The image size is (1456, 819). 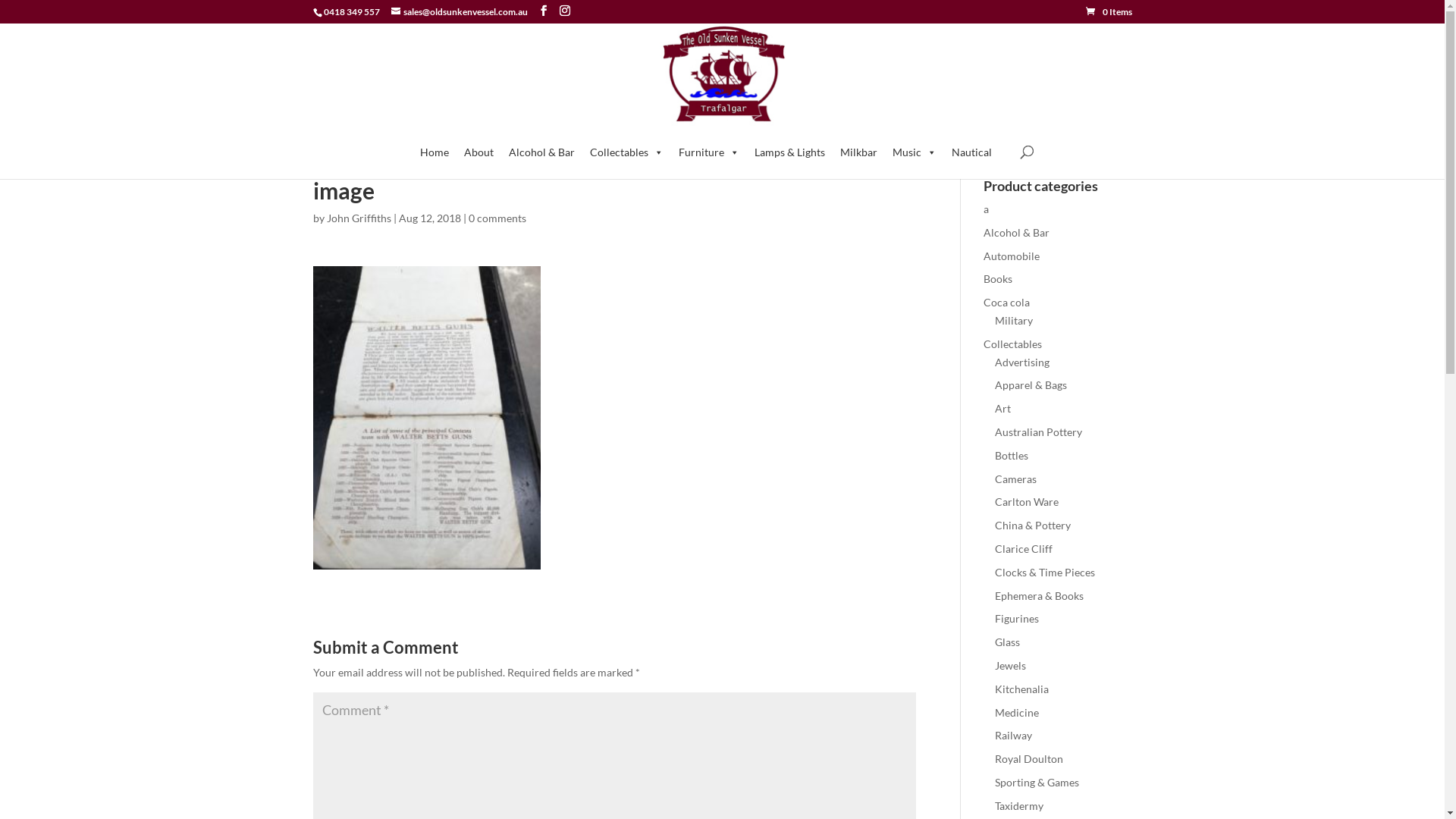 I want to click on 'Automobile', so click(x=1012, y=255).